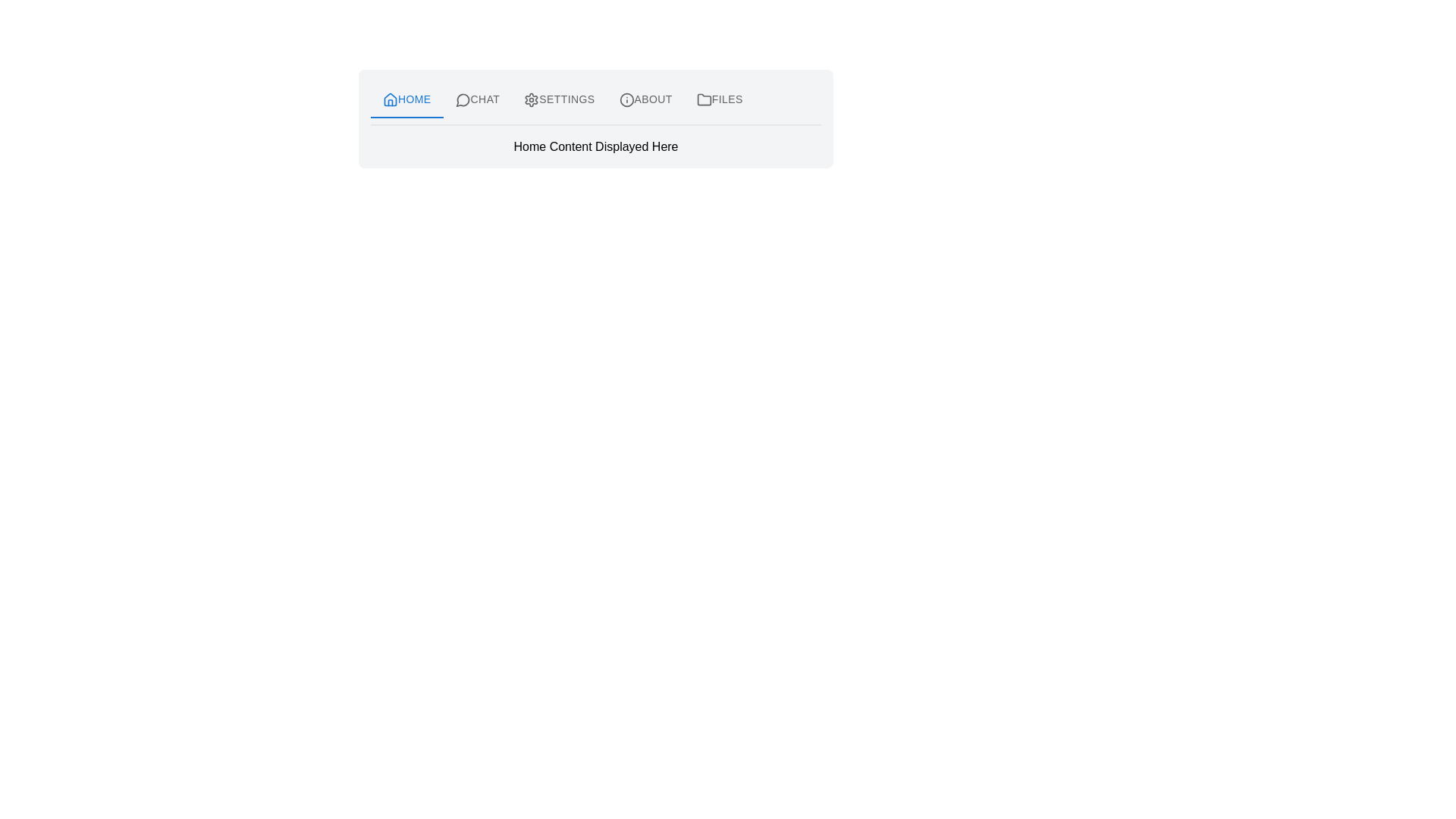 This screenshot has height=819, width=1456. I want to click on the 'Files' tab button, which is the fifth tab in a horizontal list located near the top center of the interface, so click(719, 99).